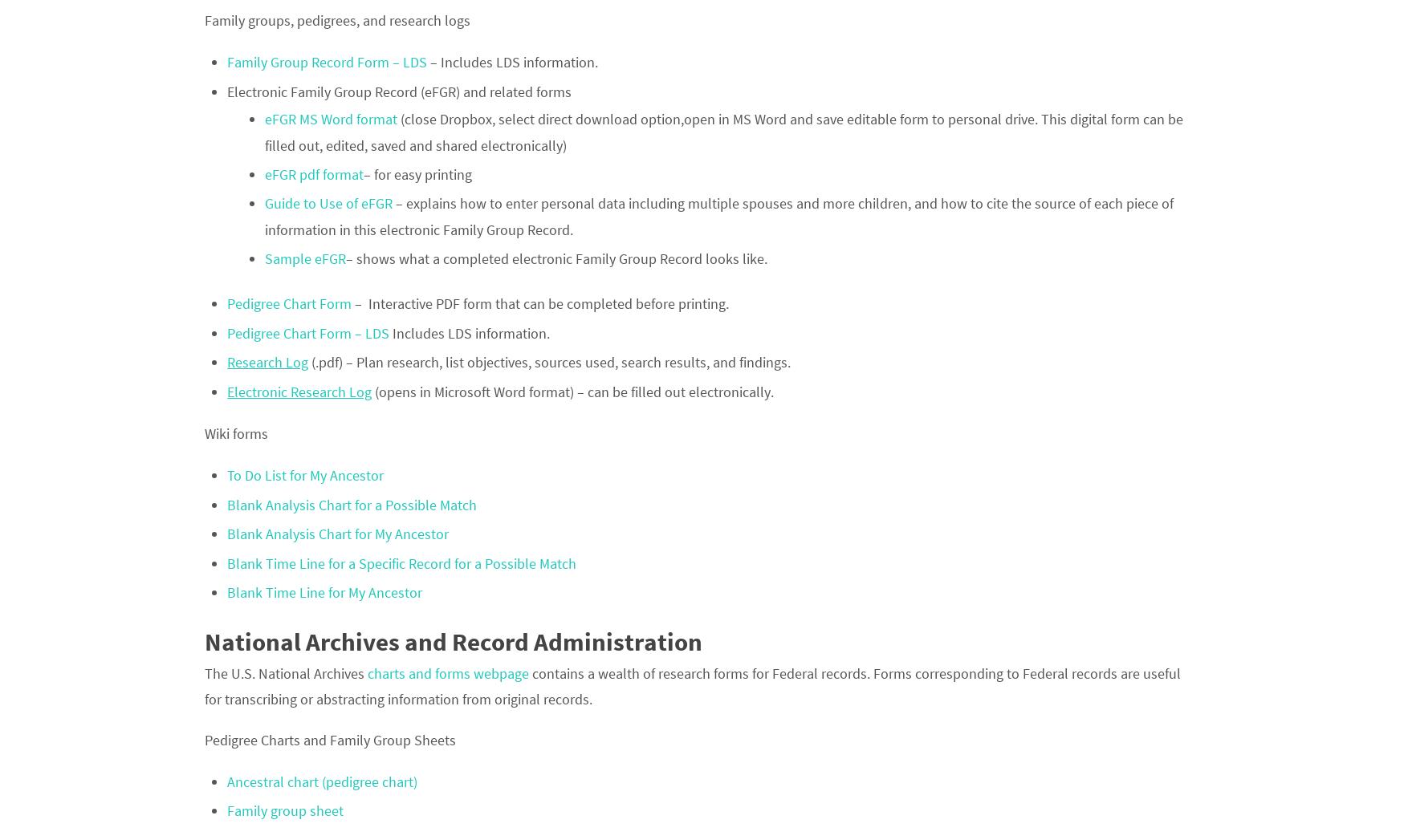 The height and width of the screenshot is (840, 1404). I want to click on 'contains a wealth of research forms for Federal records. Forms corresponding to Federal records are useful for transcribing or abstracting information from original records.', so click(203, 685).